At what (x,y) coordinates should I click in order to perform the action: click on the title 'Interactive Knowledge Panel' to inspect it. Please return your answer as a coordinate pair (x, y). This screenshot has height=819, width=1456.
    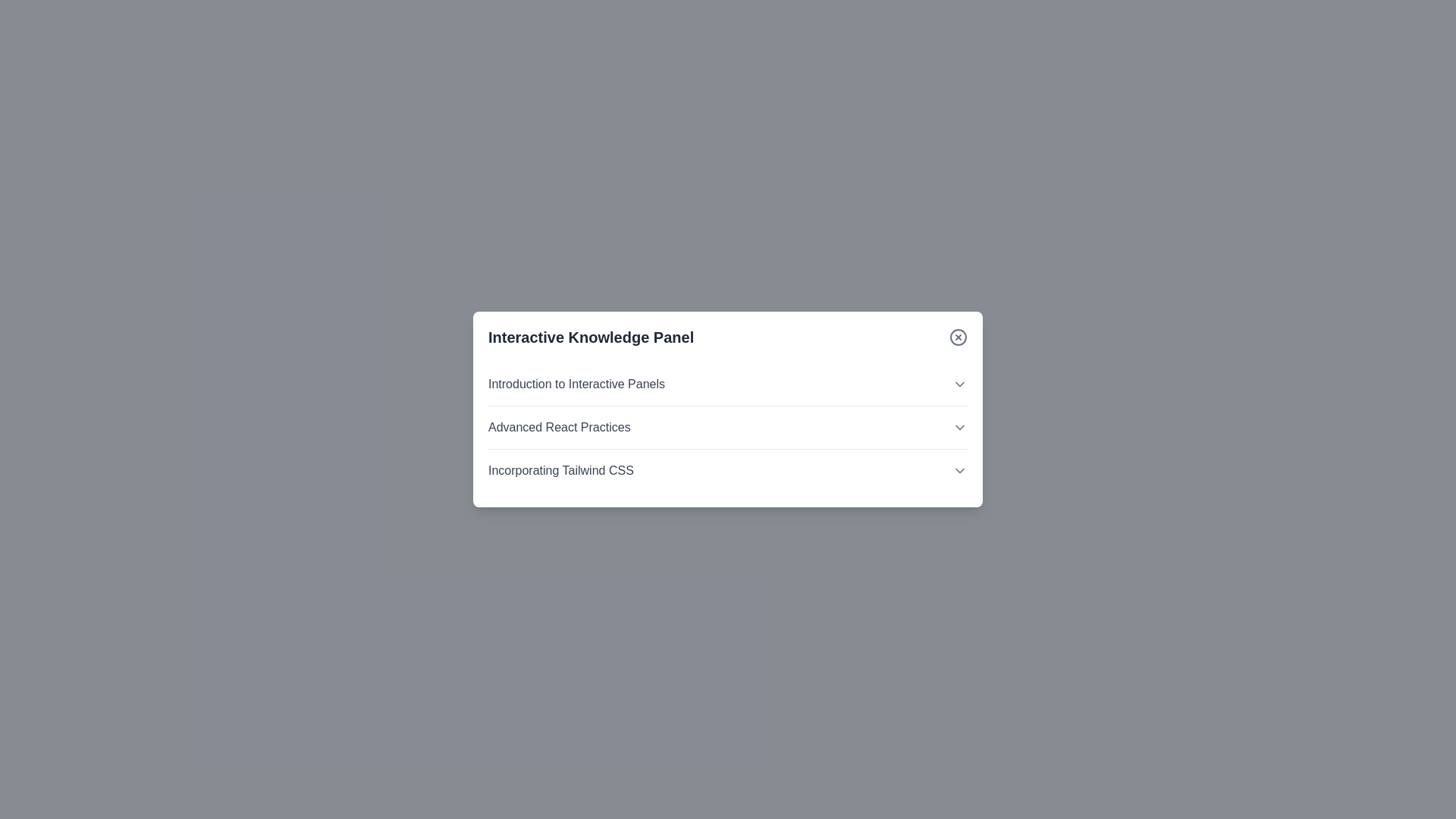
    Looking at the image, I should click on (589, 336).